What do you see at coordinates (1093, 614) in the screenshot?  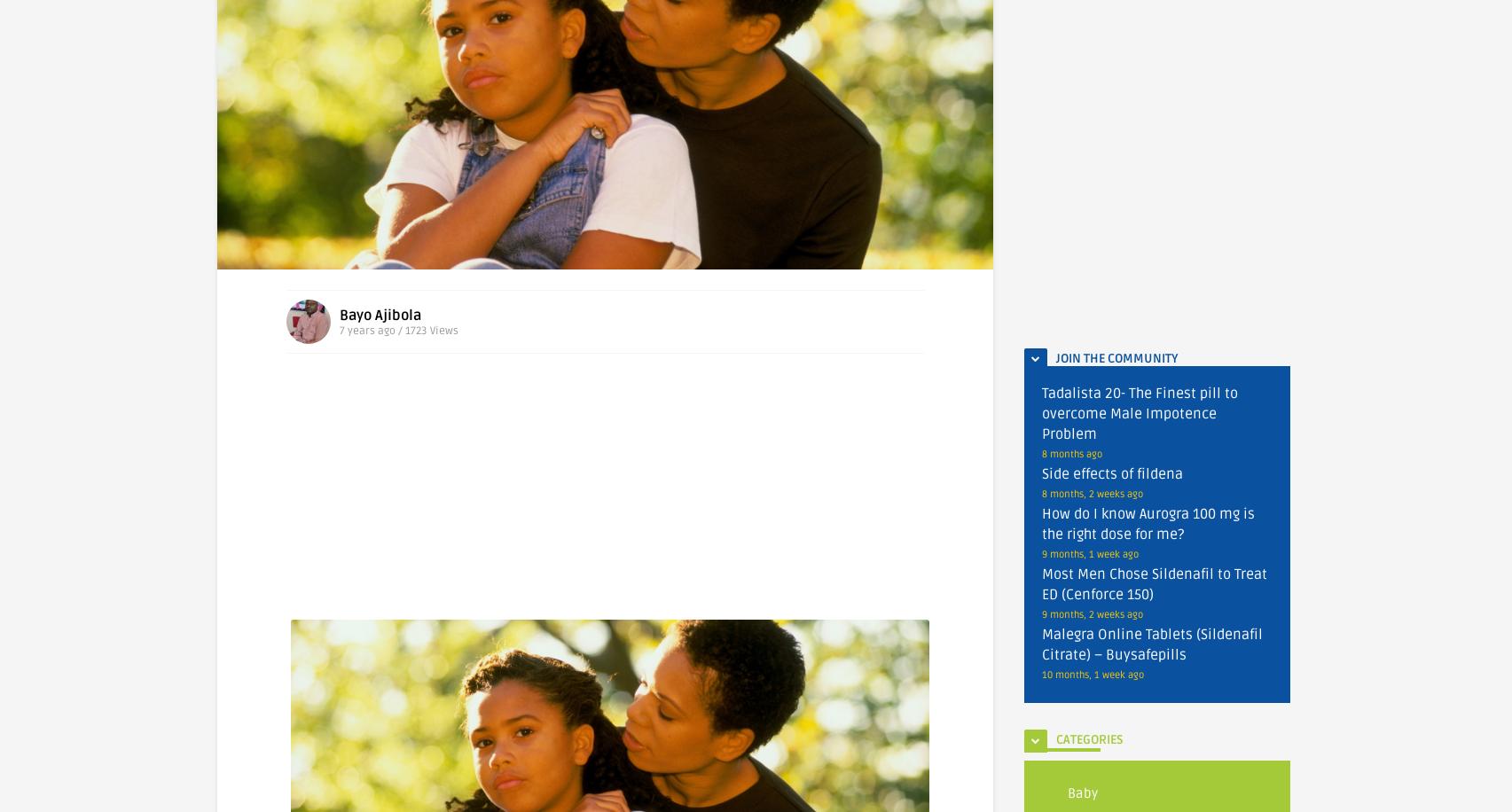 I see `'9 months, 2 weeks ago'` at bounding box center [1093, 614].